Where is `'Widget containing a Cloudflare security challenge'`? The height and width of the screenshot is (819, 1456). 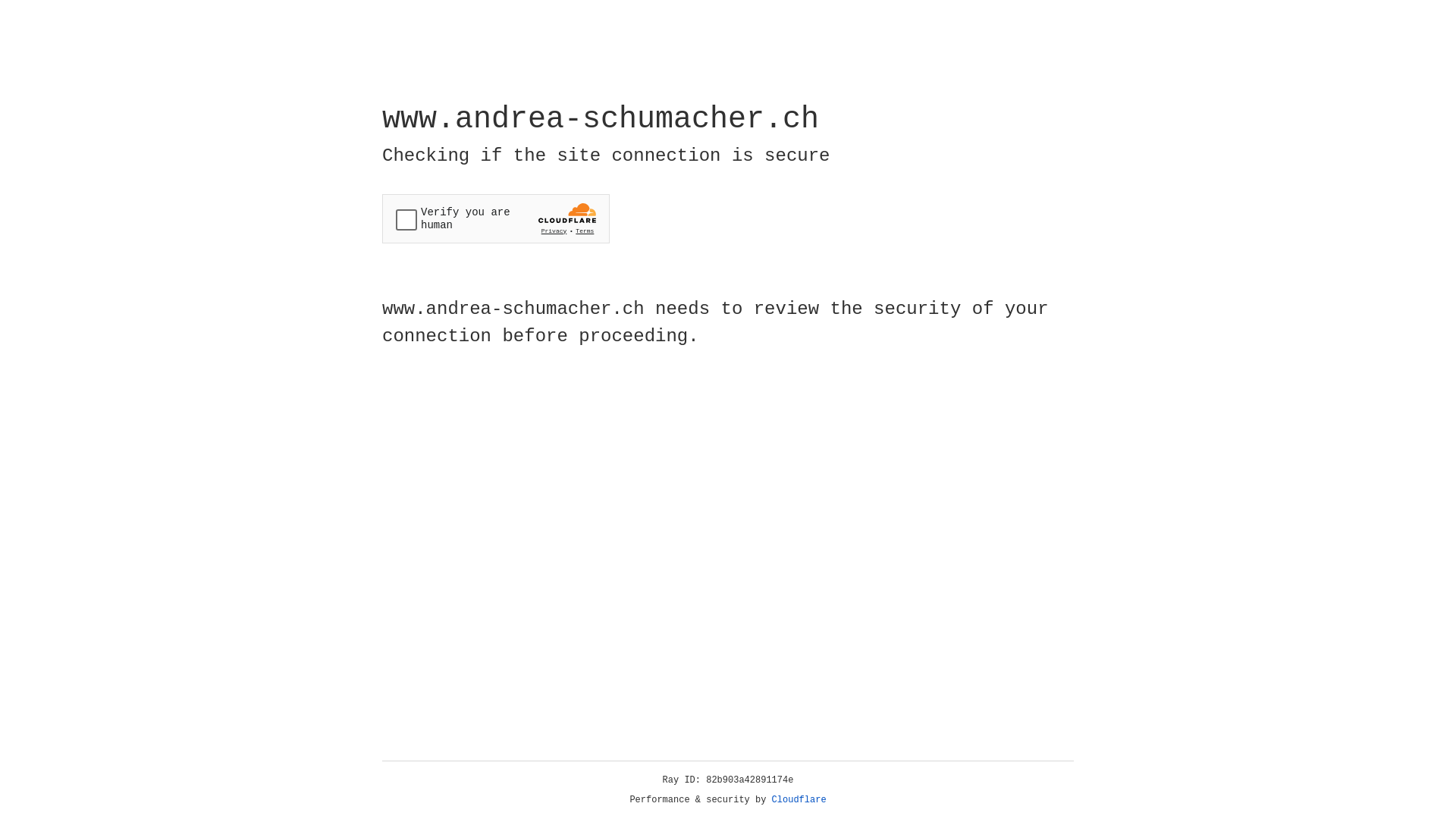
'Widget containing a Cloudflare security challenge' is located at coordinates (495, 218).